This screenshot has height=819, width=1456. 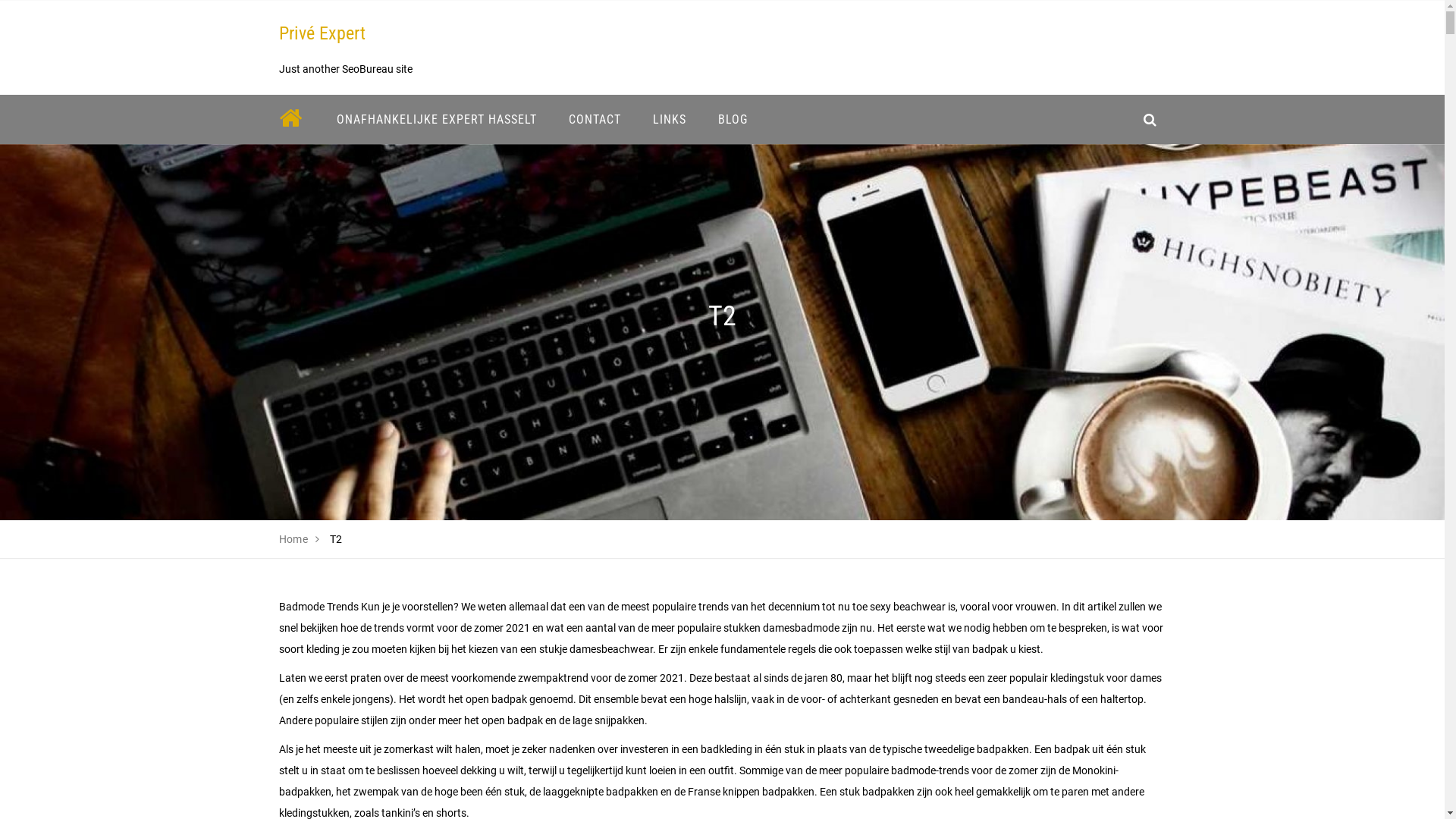 What do you see at coordinates (1132, 118) in the screenshot?
I see `'search_icon'` at bounding box center [1132, 118].